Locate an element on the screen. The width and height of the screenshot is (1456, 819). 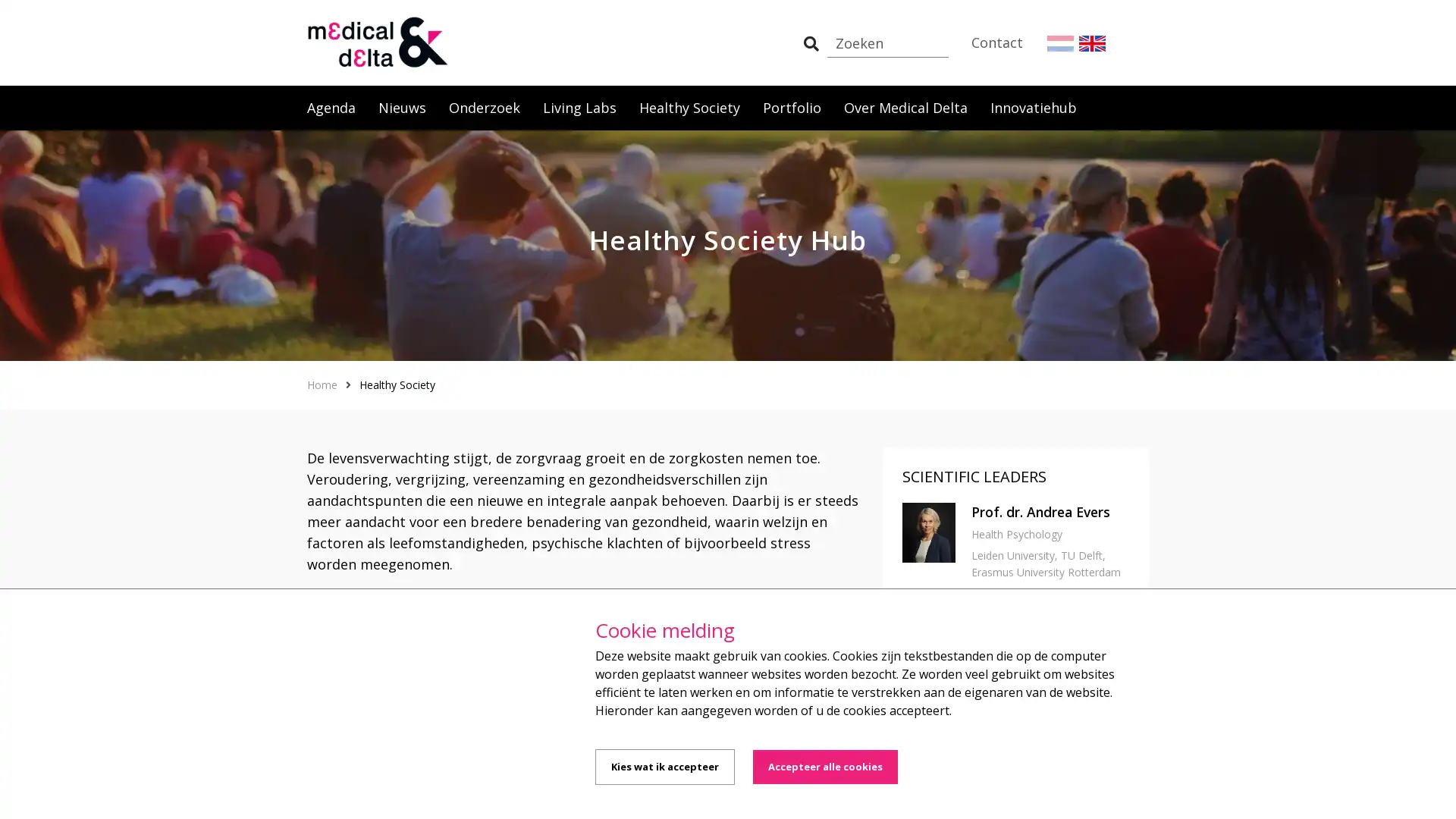
Accepteer alle cookies is located at coordinates (824, 767).